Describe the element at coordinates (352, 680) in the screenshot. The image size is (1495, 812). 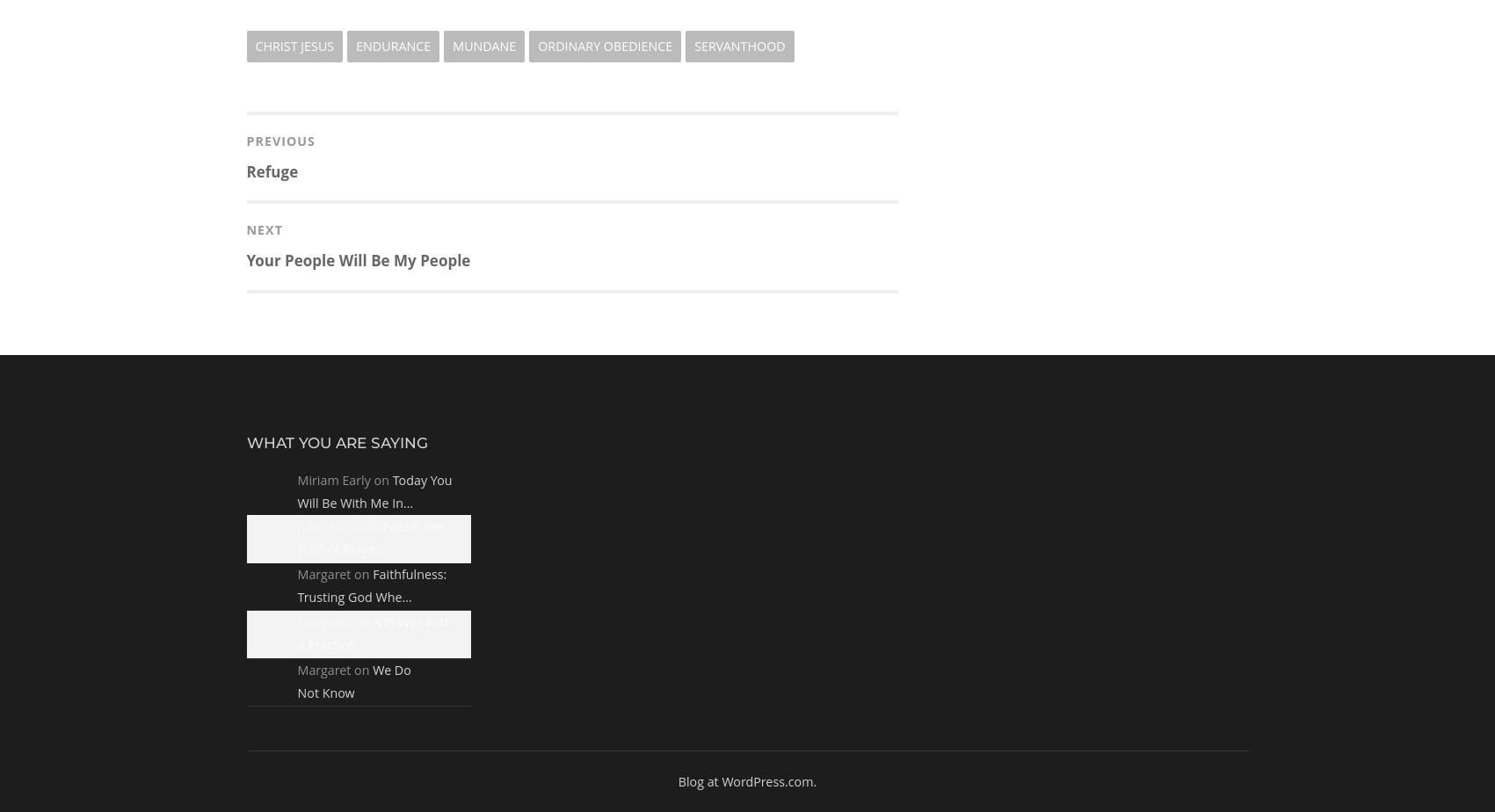
I see `'We Do Not Know'` at that location.